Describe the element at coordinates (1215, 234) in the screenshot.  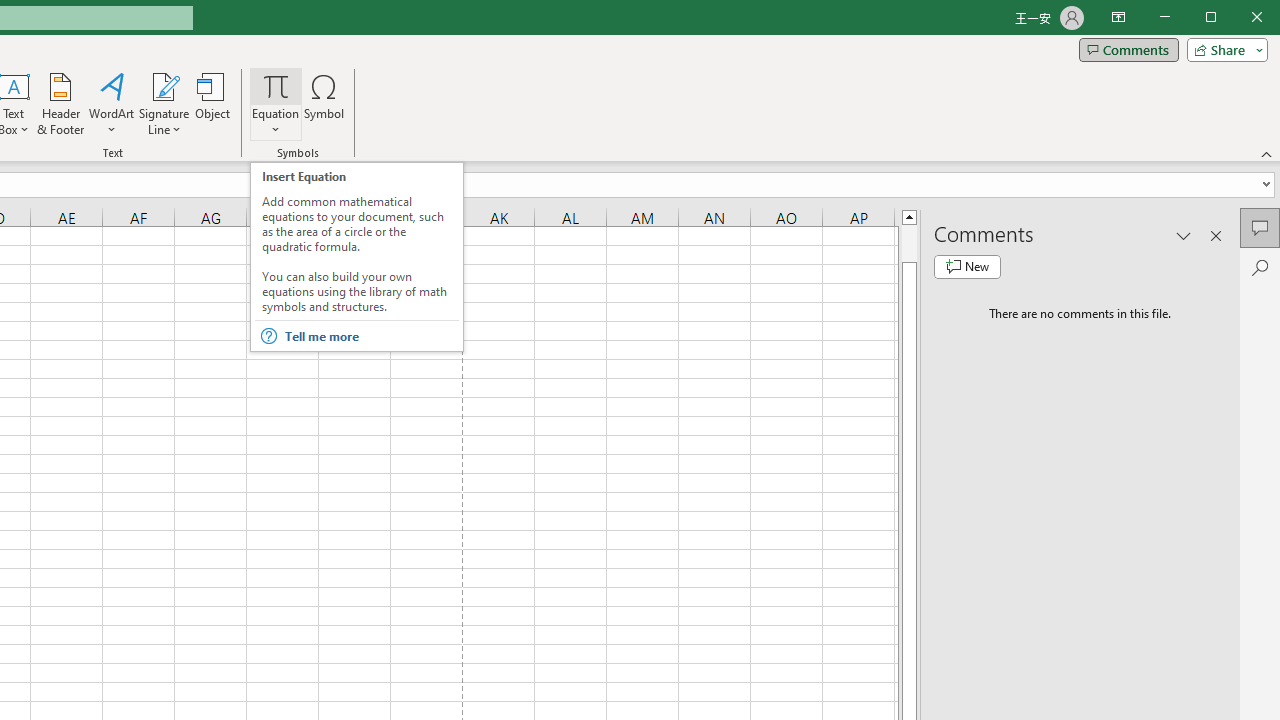
I see `'Close pane'` at that location.